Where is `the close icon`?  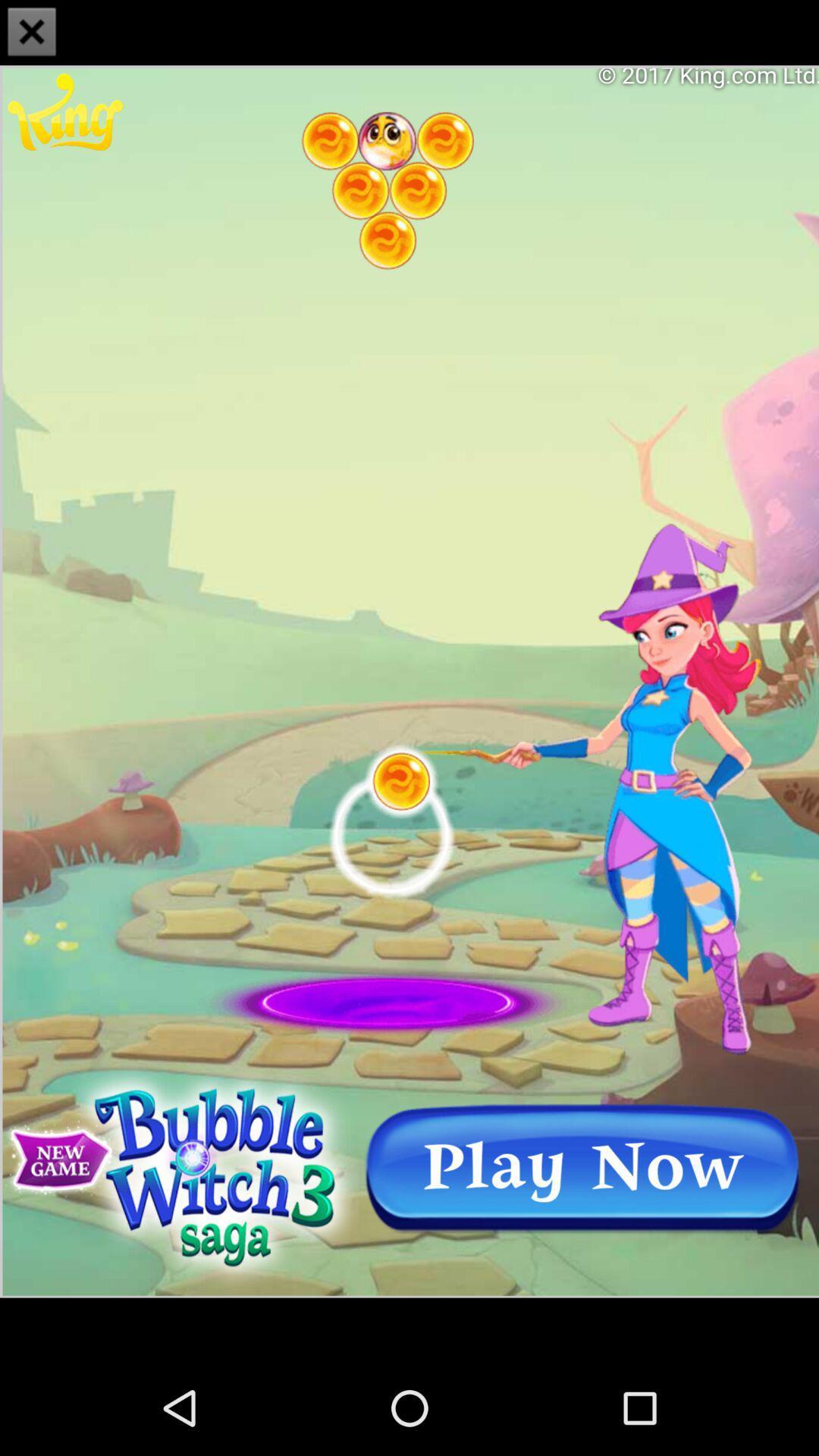
the close icon is located at coordinates (32, 33).